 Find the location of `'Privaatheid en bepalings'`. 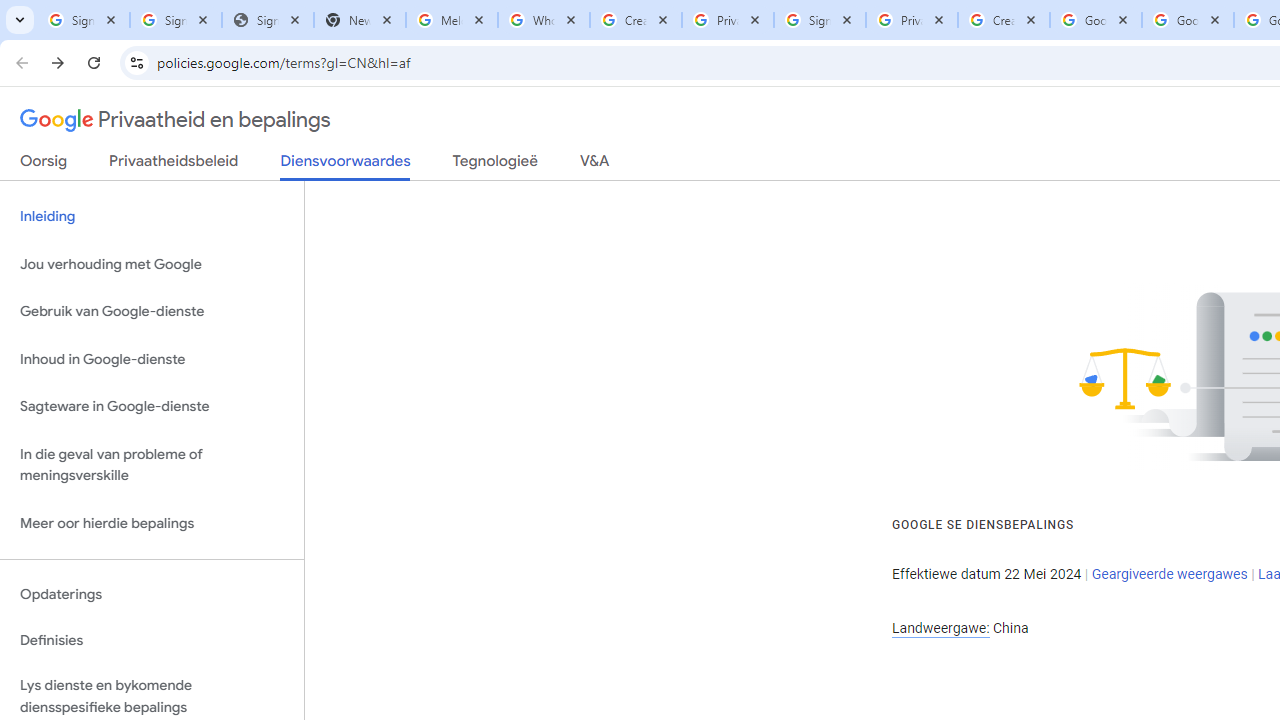

'Privaatheid en bepalings' is located at coordinates (176, 120).